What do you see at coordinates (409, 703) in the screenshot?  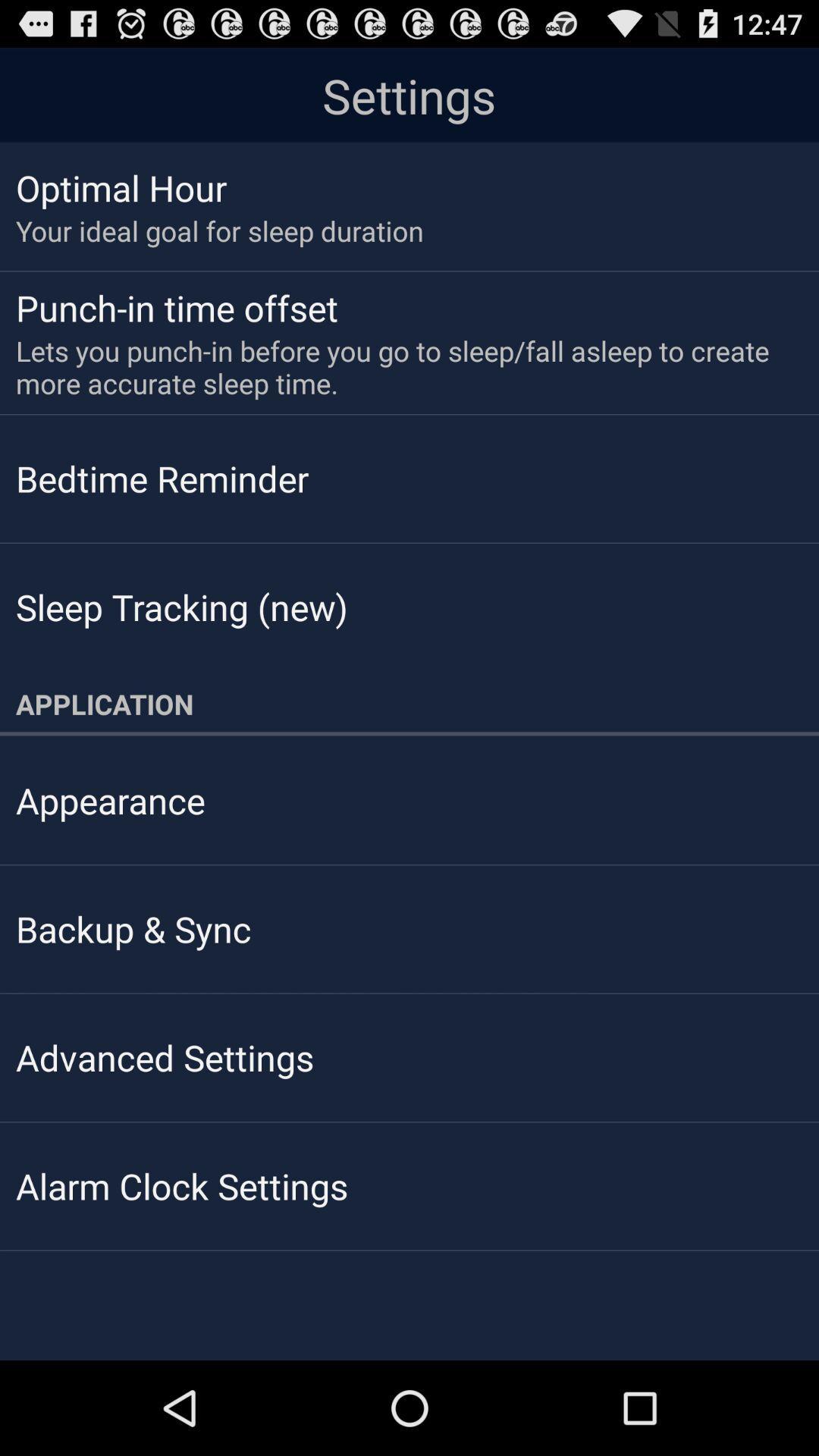 I see `item above the appearance item` at bounding box center [409, 703].